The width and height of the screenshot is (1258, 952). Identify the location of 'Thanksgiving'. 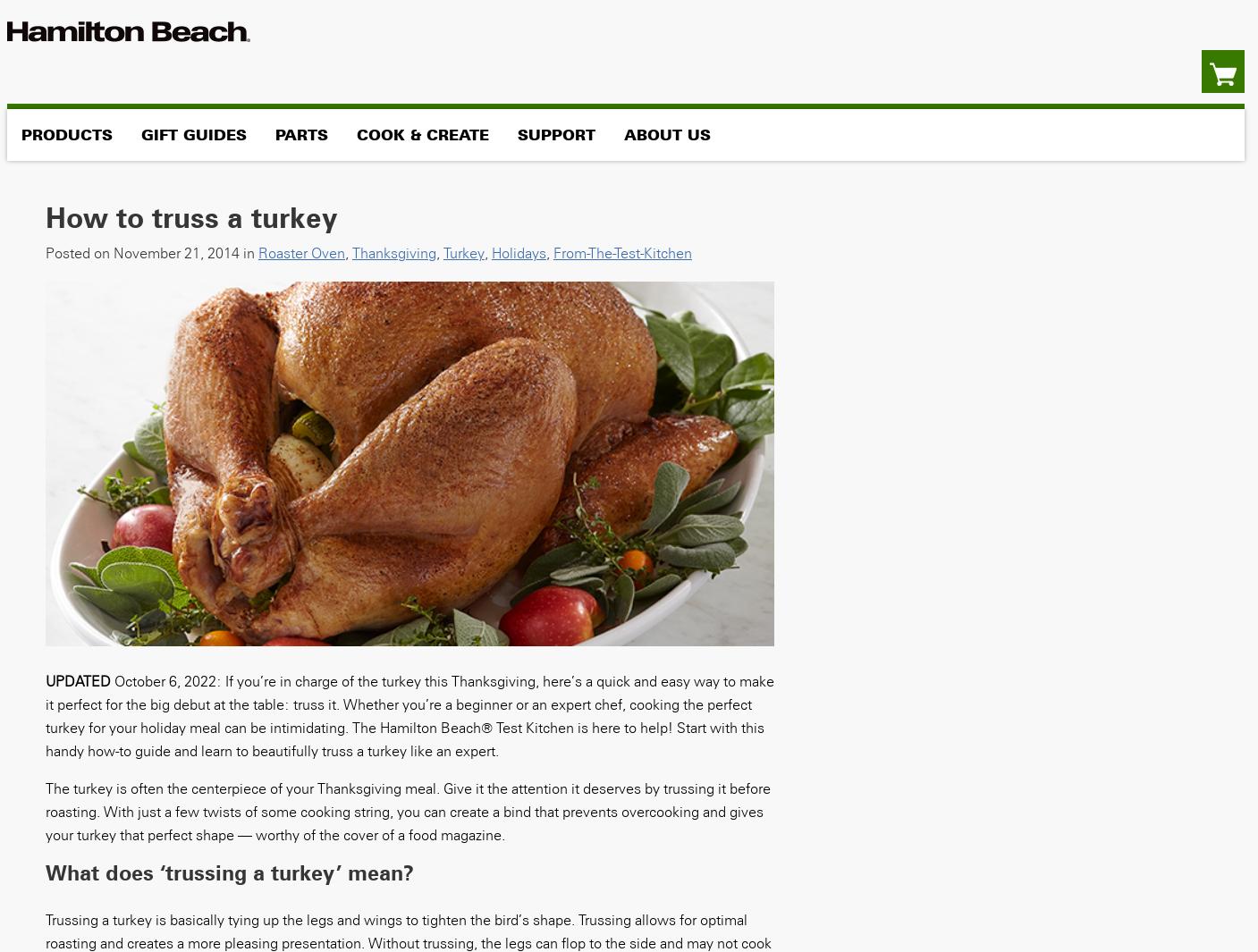
(392, 251).